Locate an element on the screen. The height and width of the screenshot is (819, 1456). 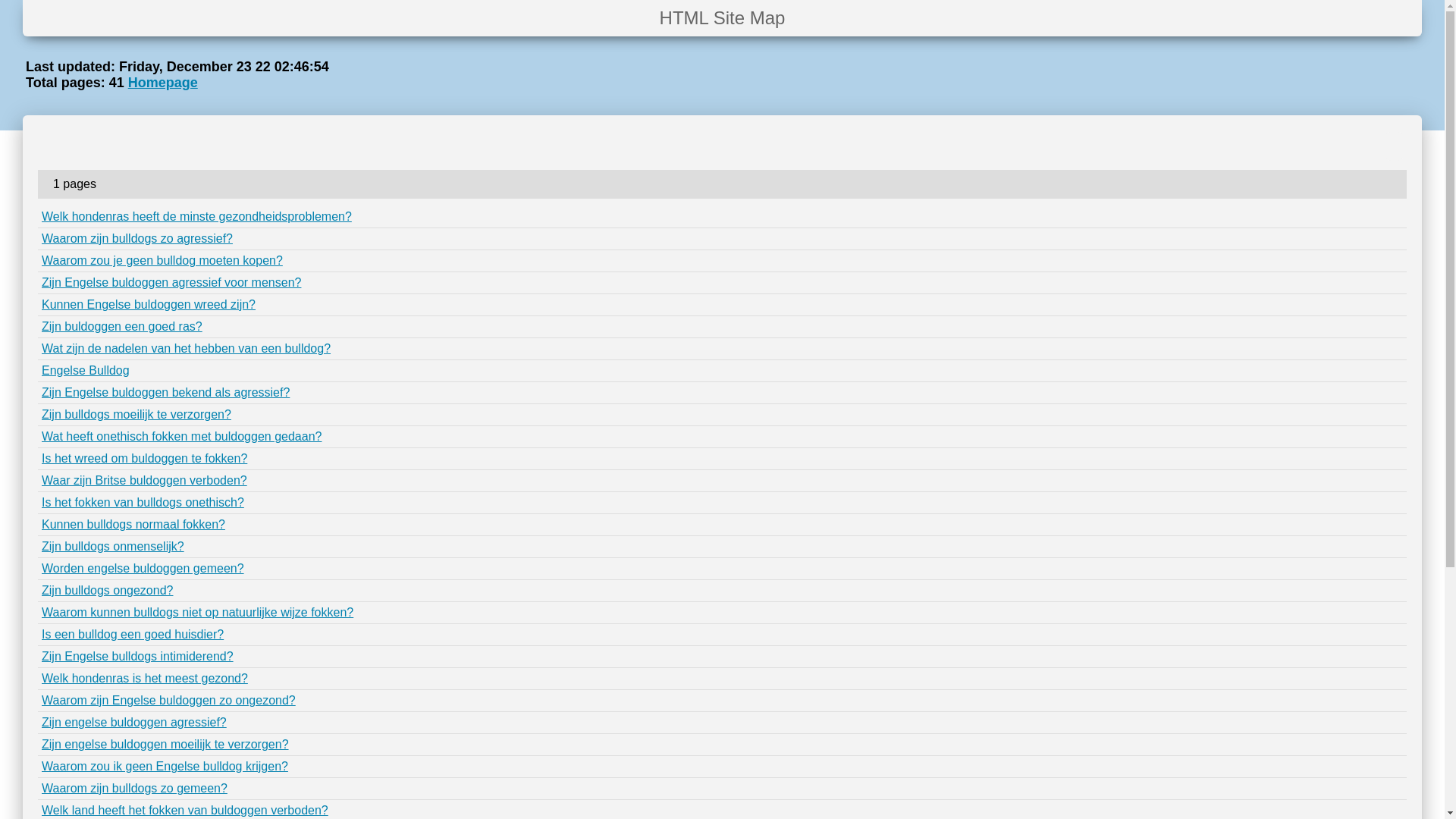
'Waar zijn Britse buldoggen verboden?' is located at coordinates (144, 480).